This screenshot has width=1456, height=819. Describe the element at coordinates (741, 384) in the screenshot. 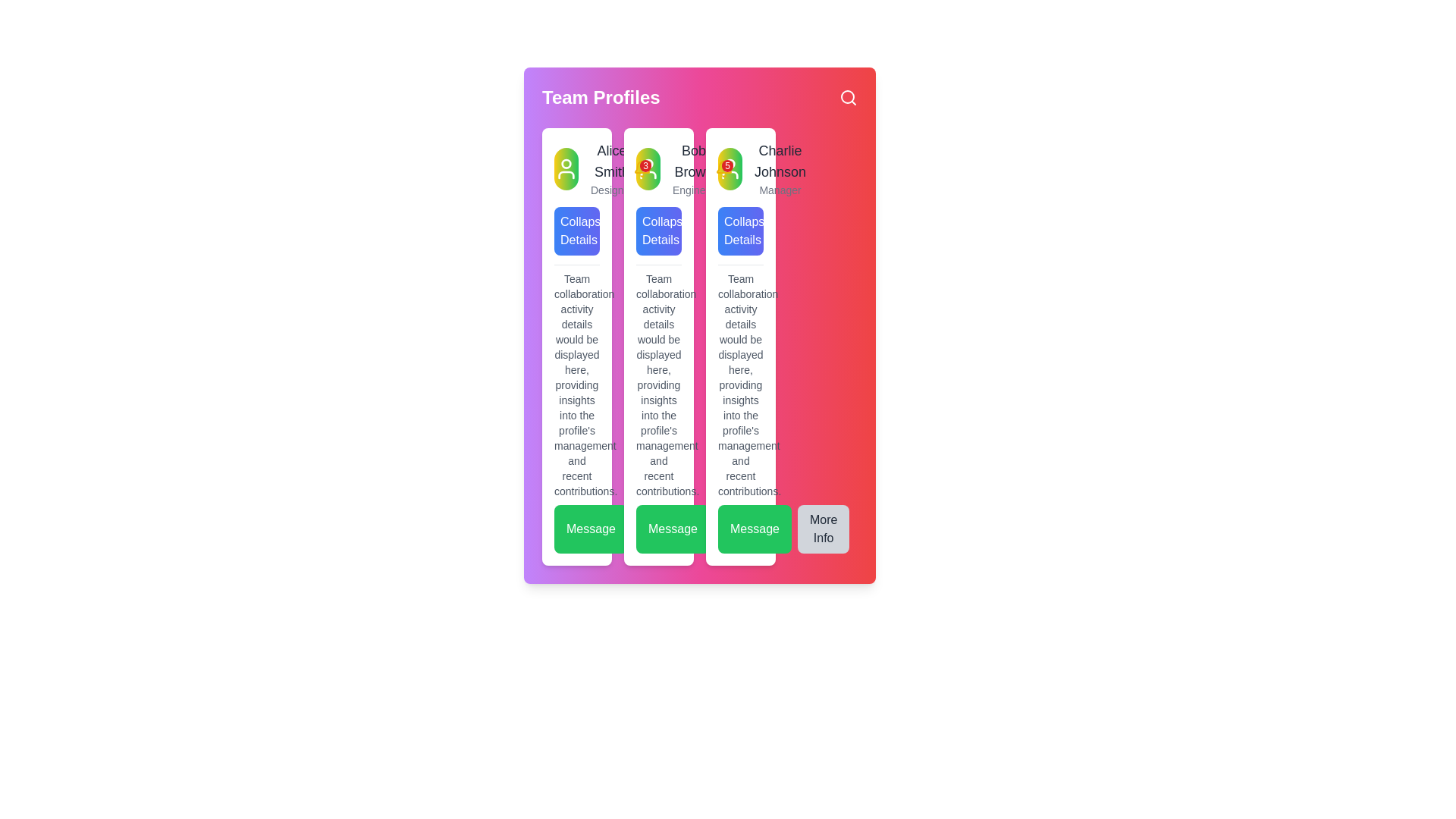

I see `the text block located in the third card, which provides insights into team collaboration activity details` at that location.